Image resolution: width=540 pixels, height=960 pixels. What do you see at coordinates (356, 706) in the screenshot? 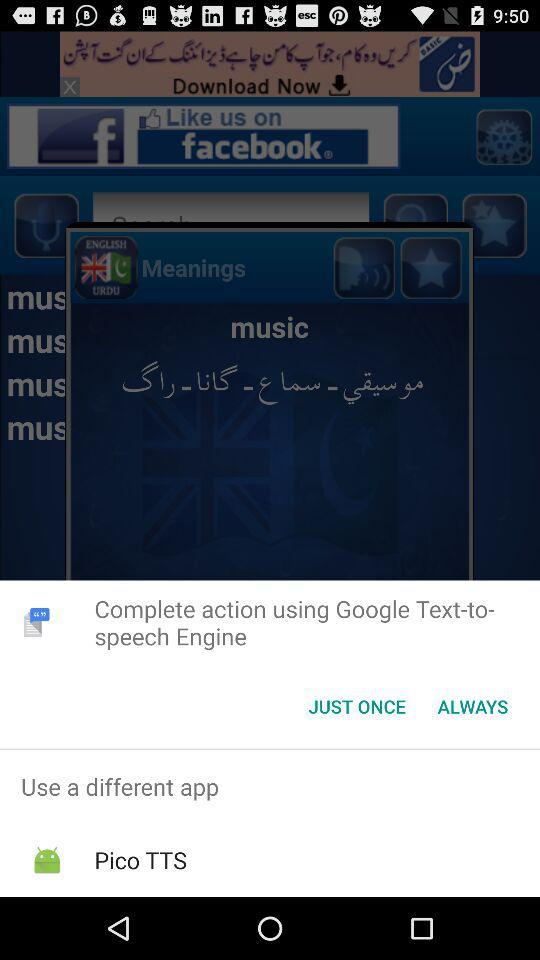
I see `just once item` at bounding box center [356, 706].